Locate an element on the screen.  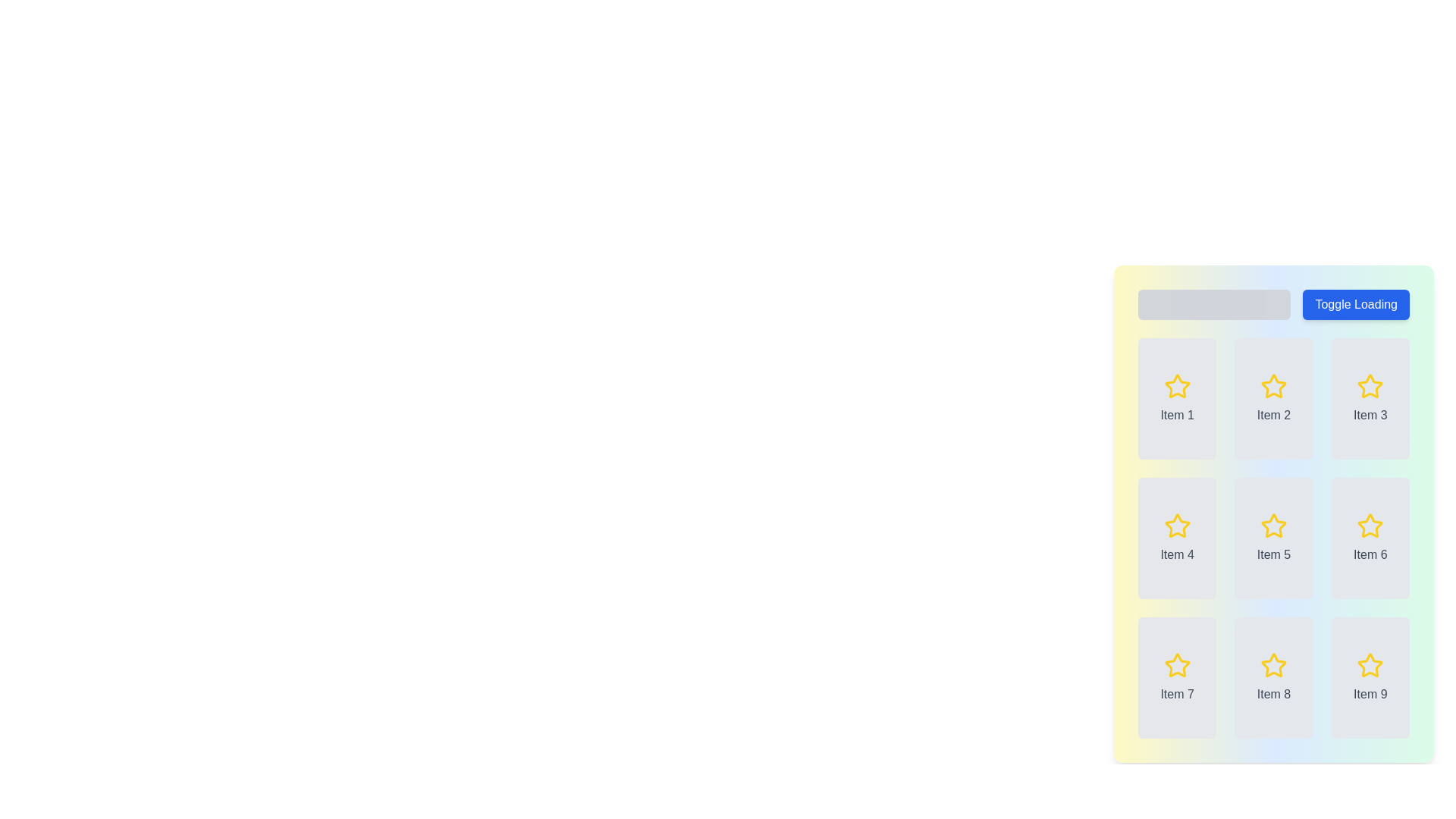
the card-like UI component located in the middle cell of the second row of the grid layout, which contains an icon and text, to interact with it is located at coordinates (1274, 537).